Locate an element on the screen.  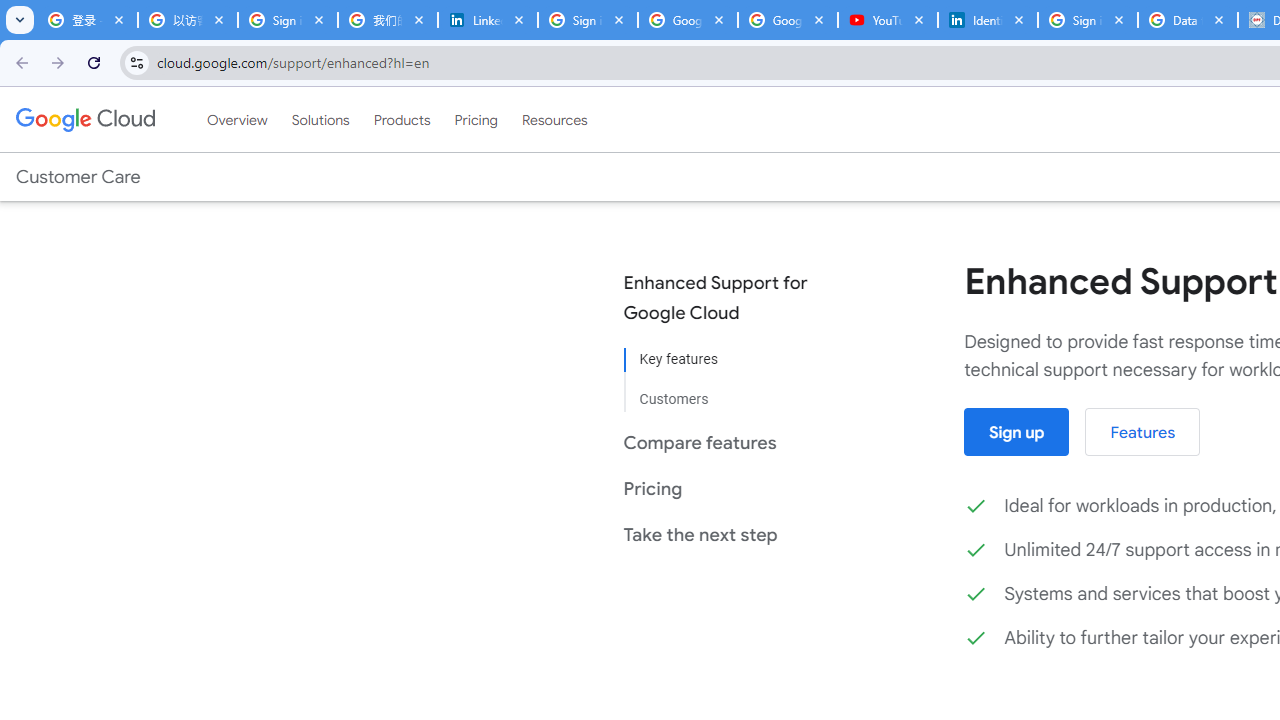
'Sign up' is located at coordinates (1016, 431).